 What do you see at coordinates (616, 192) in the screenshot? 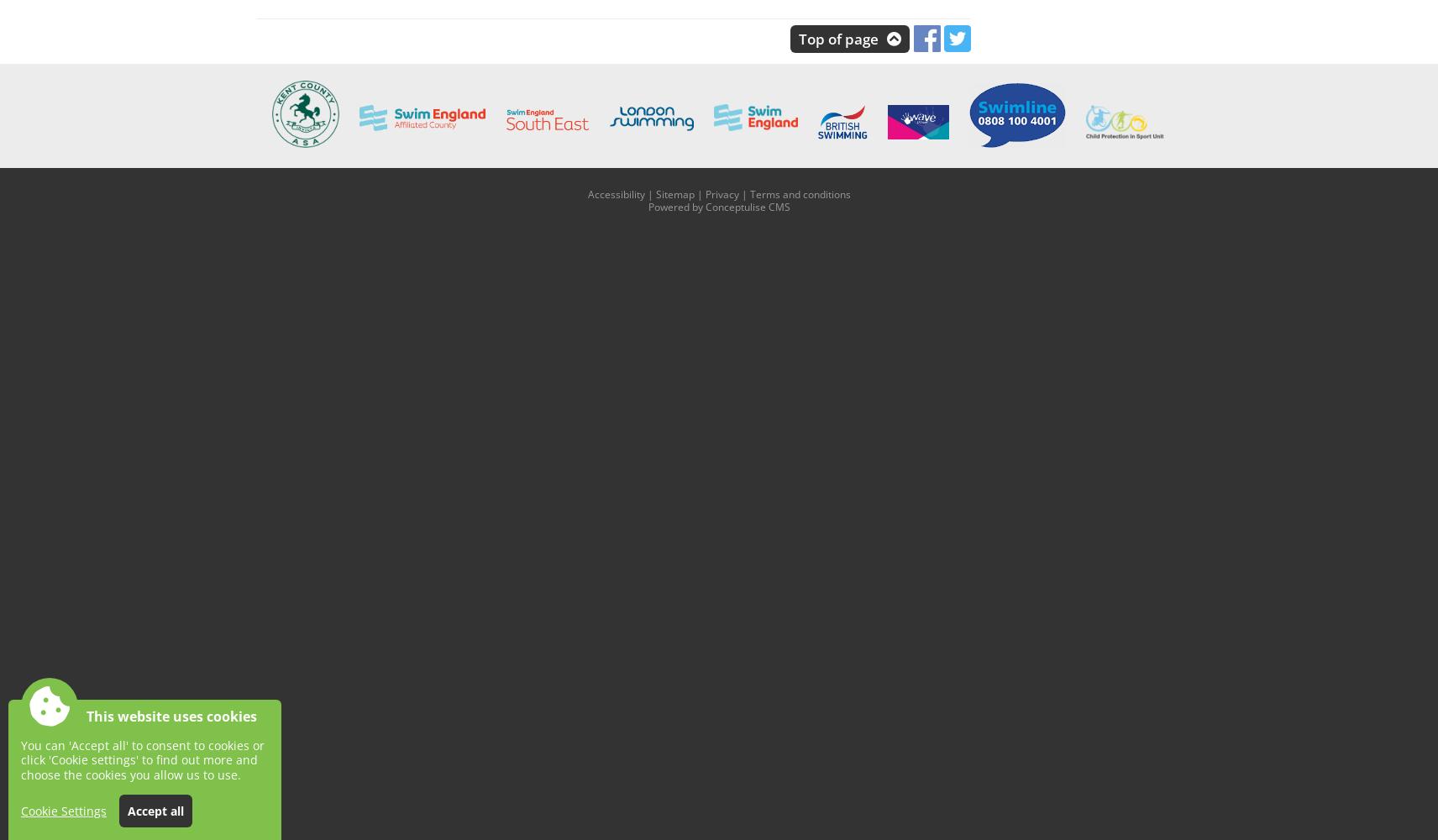
I see `'Accessibility'` at bounding box center [616, 192].